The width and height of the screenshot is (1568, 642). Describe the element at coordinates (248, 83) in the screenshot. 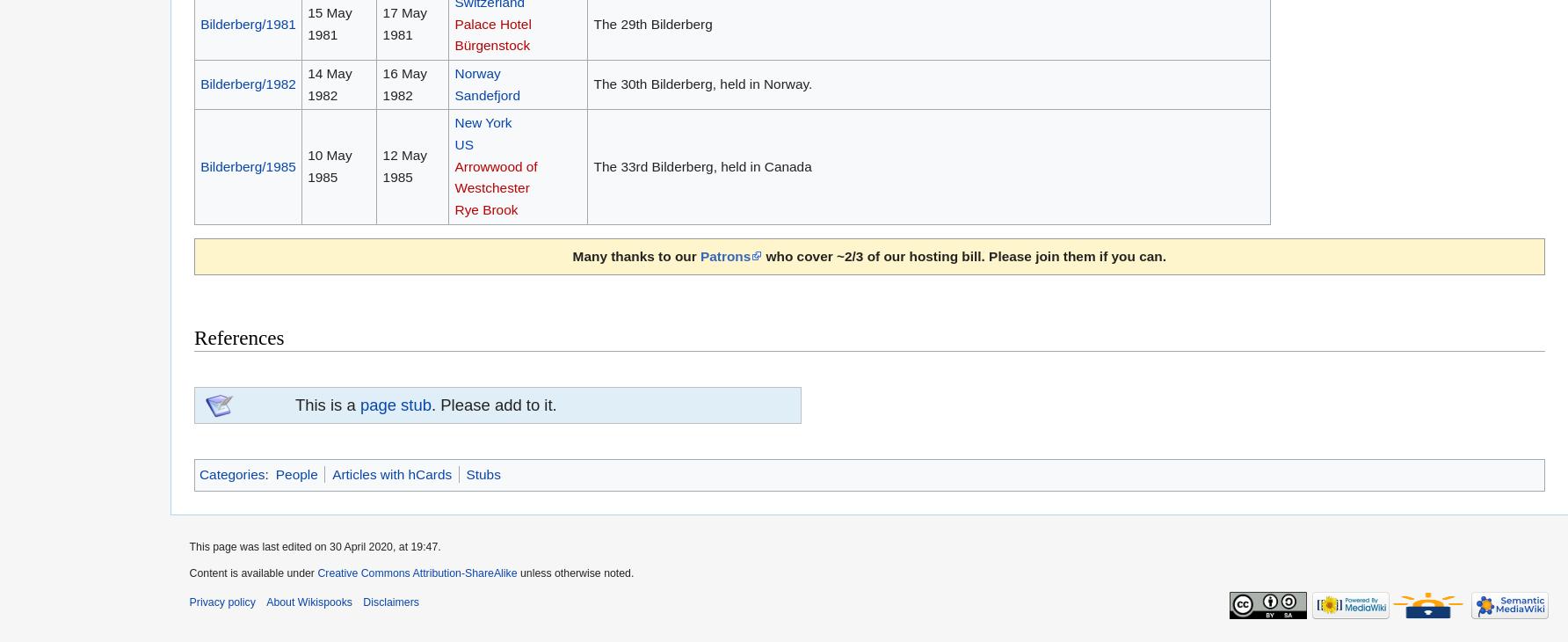

I see `'Bilderberg/1982'` at that location.